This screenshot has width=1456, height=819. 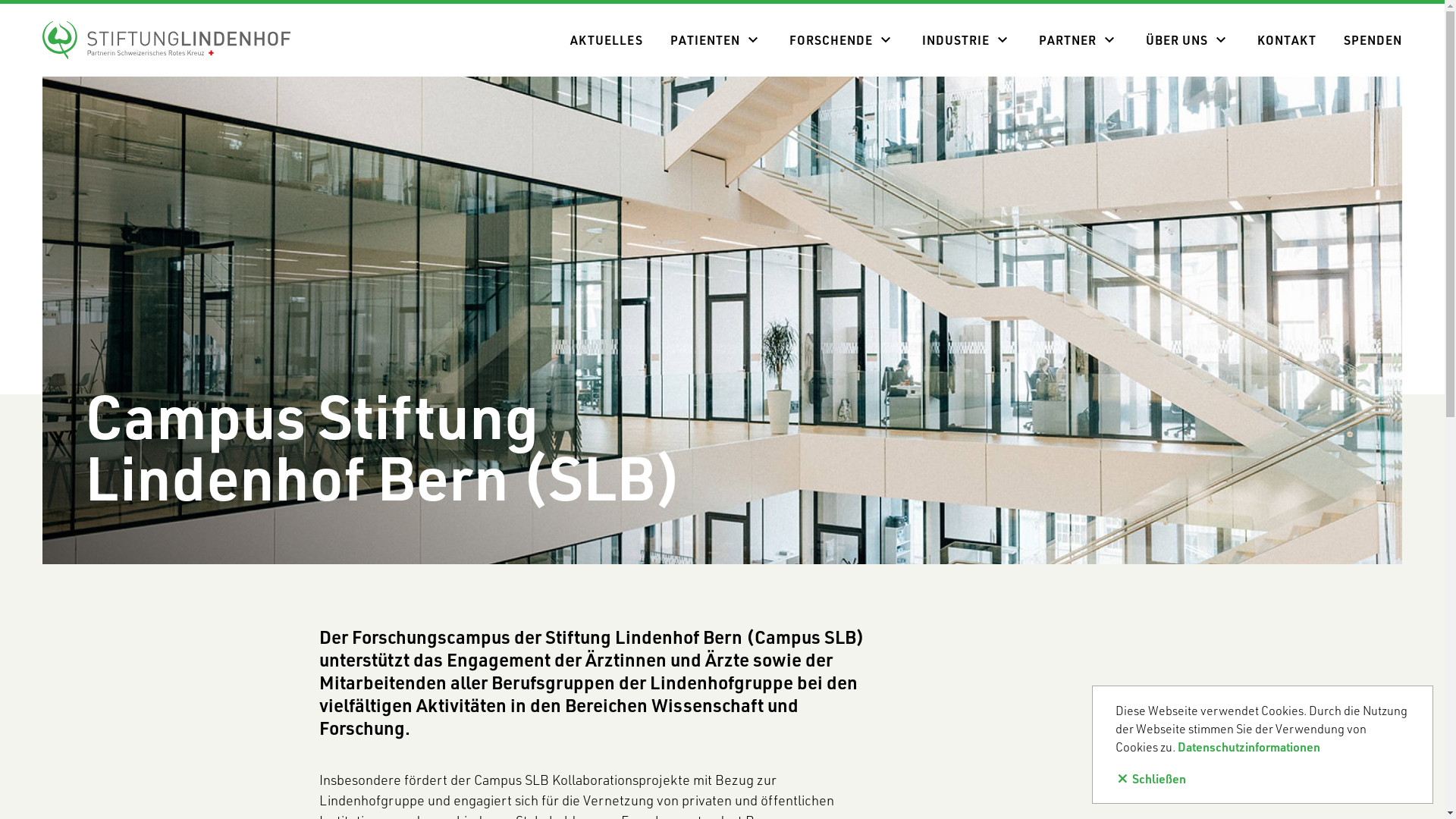 What do you see at coordinates (1248, 745) in the screenshot?
I see `'Datenschutzinformationen'` at bounding box center [1248, 745].